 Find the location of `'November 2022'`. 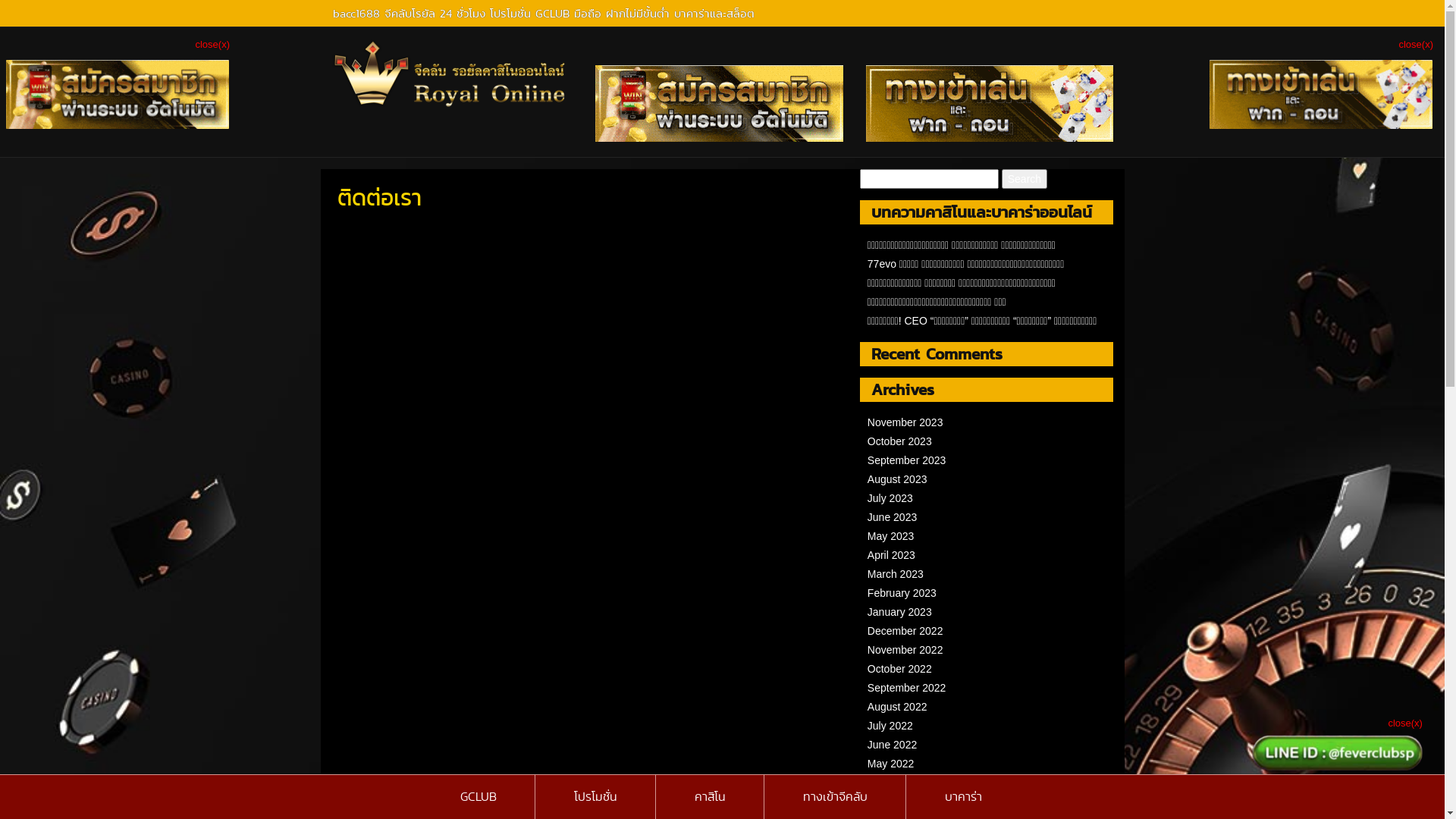

'November 2022' is located at coordinates (867, 648).